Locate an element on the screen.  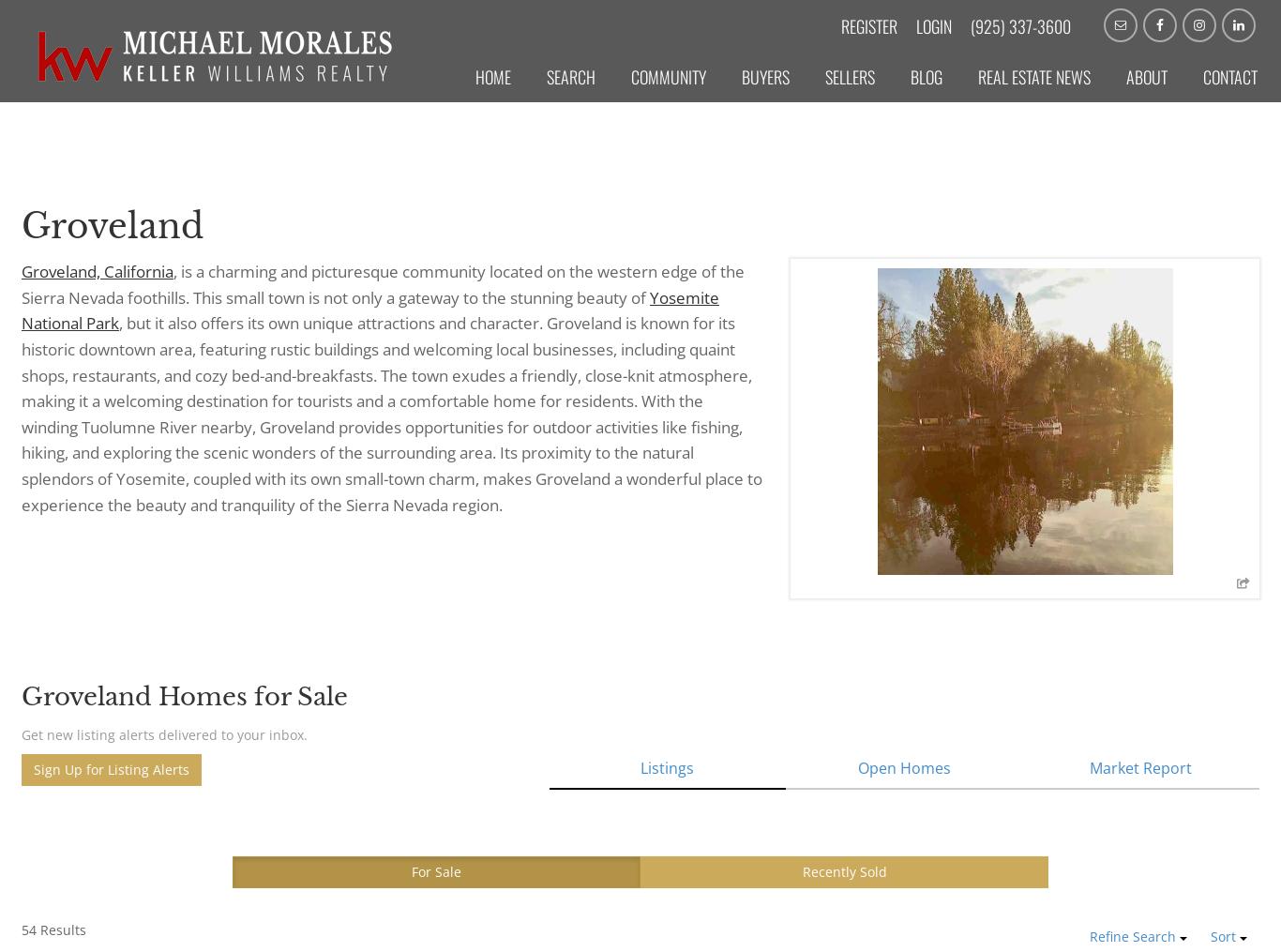
'Listings' is located at coordinates (667, 768).